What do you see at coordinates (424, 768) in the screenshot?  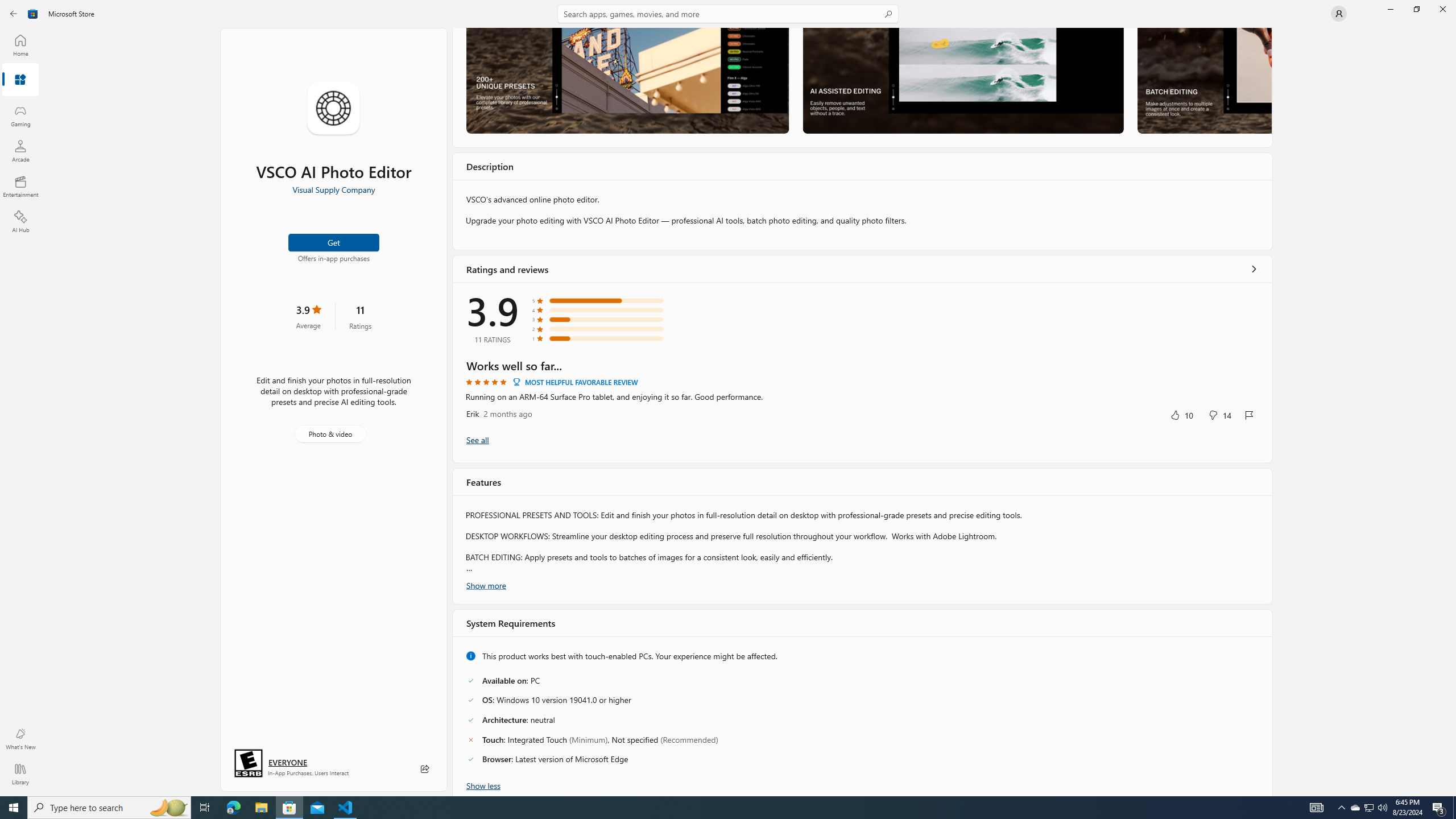 I see `'Share'` at bounding box center [424, 768].